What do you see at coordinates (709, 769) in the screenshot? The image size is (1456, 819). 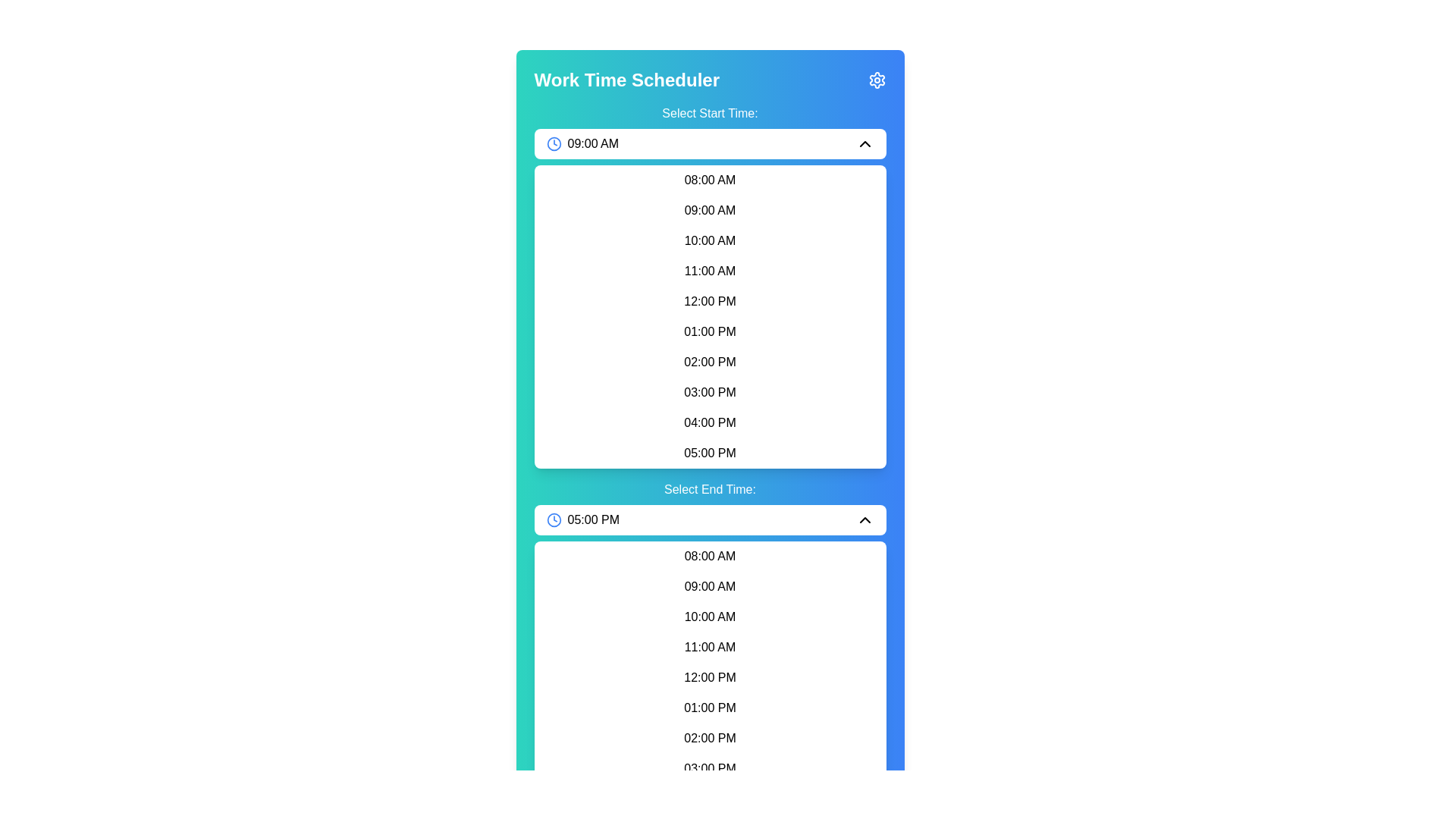 I see `the '03:00 PM' option in the selectable list under the 'Select End Time' section` at bounding box center [709, 769].